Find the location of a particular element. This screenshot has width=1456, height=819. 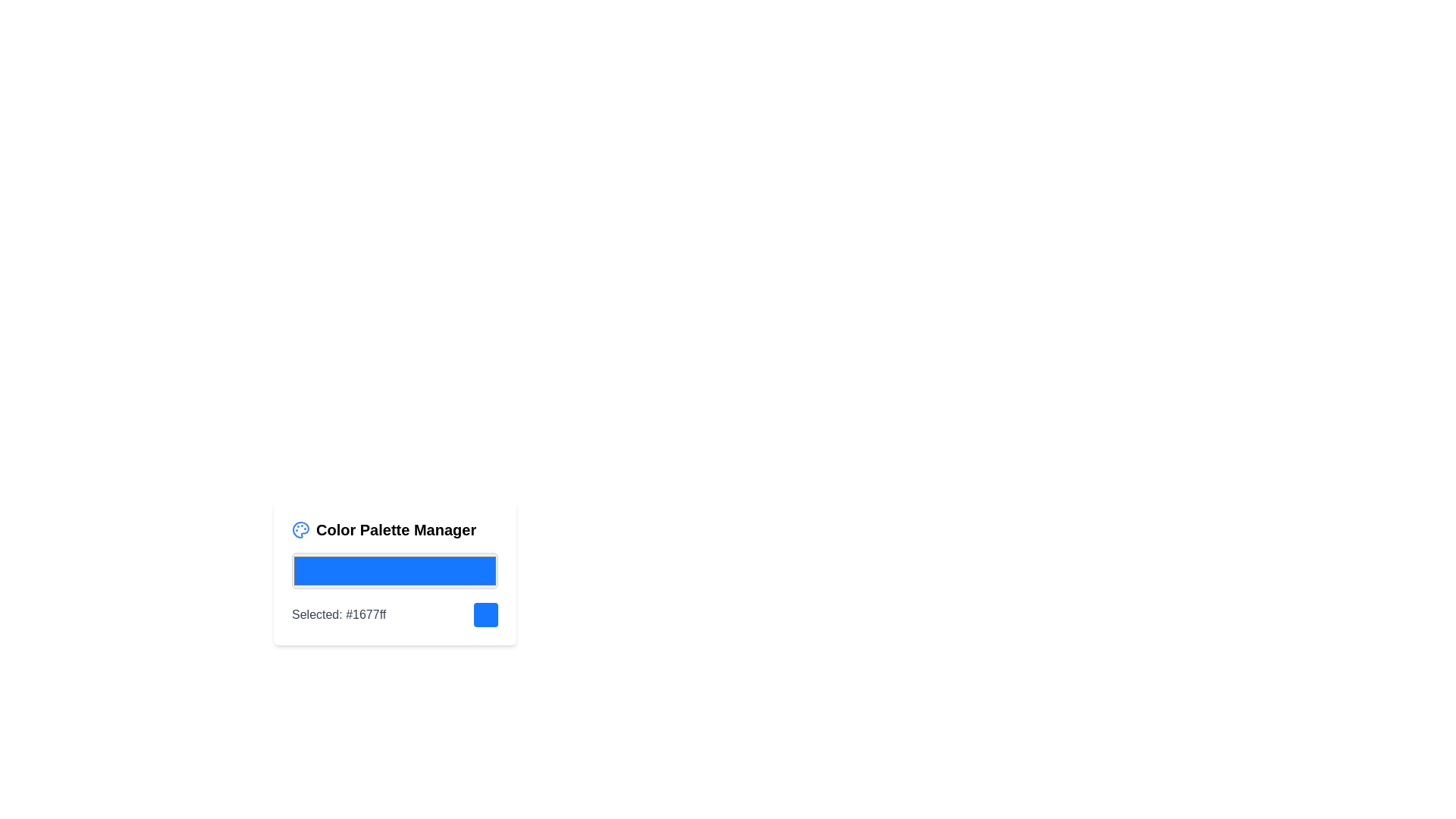

the rectangular color input field with rounded corners in the 'Color Palette Manager' is located at coordinates (395, 570).